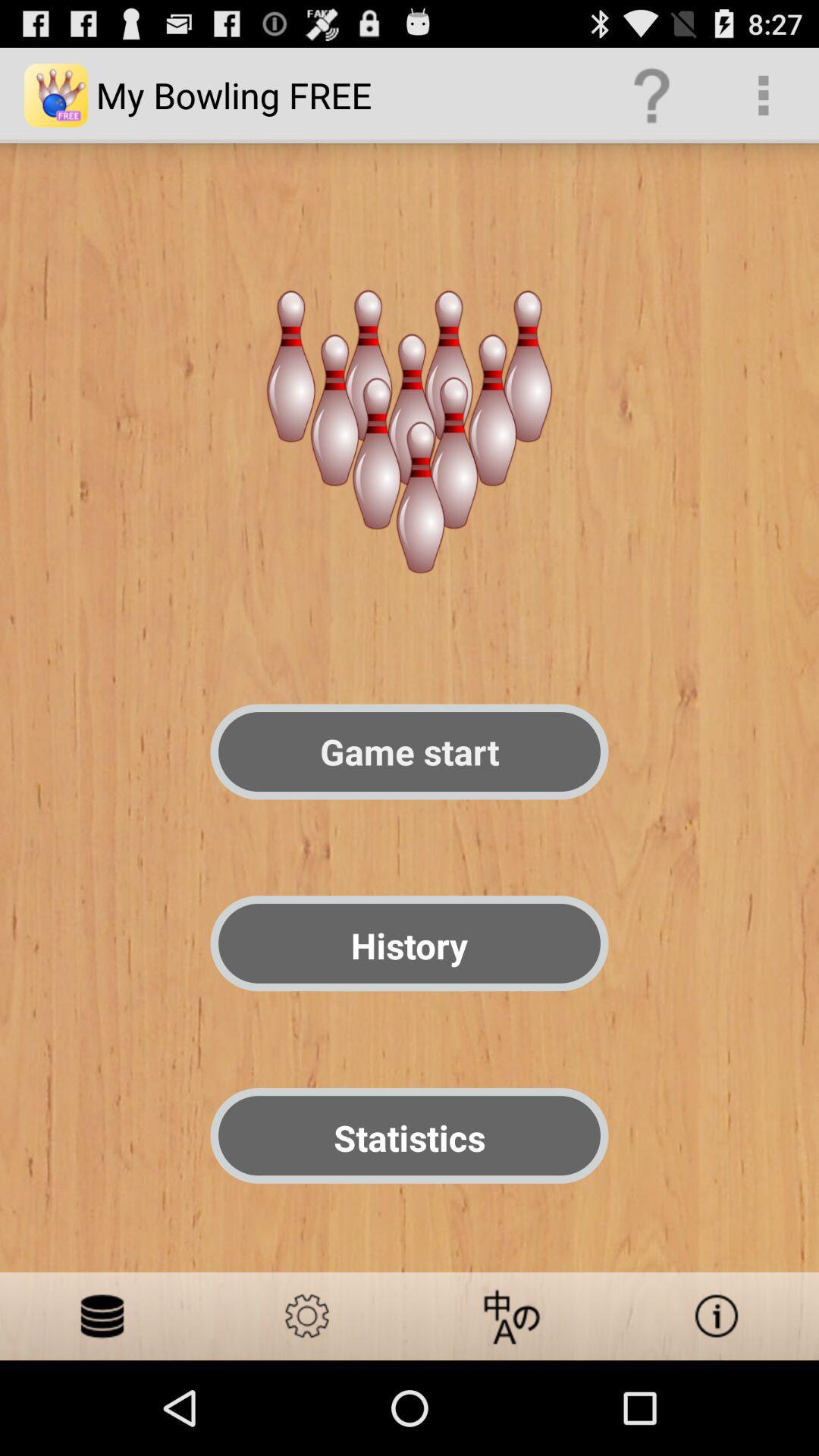 This screenshot has height=1456, width=819. What do you see at coordinates (307, 1407) in the screenshot?
I see `the settings icon` at bounding box center [307, 1407].